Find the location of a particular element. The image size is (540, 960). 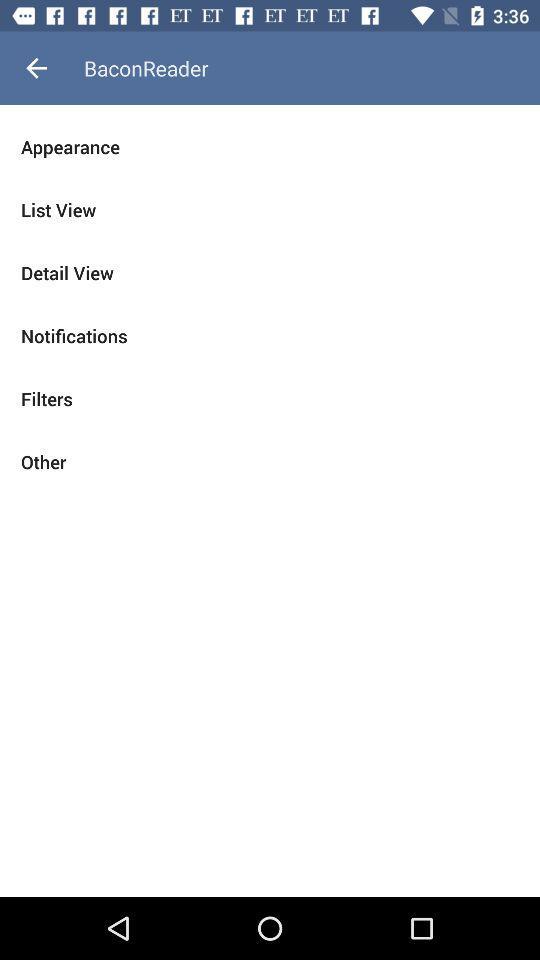

the other icon is located at coordinates (270, 462).